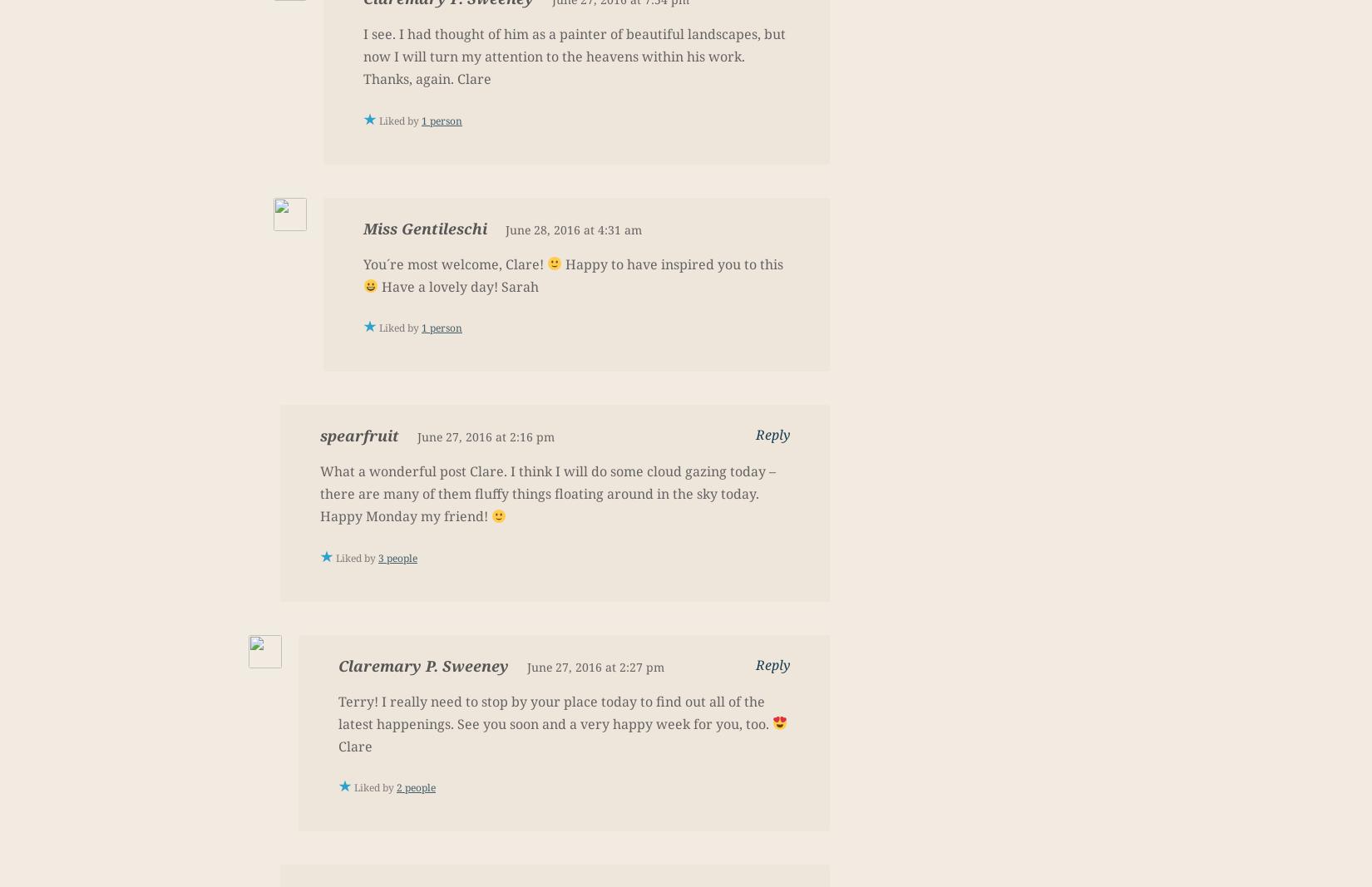 The width and height of the screenshot is (1372, 887). I want to click on 'Miss Gentileschi', so click(424, 228).